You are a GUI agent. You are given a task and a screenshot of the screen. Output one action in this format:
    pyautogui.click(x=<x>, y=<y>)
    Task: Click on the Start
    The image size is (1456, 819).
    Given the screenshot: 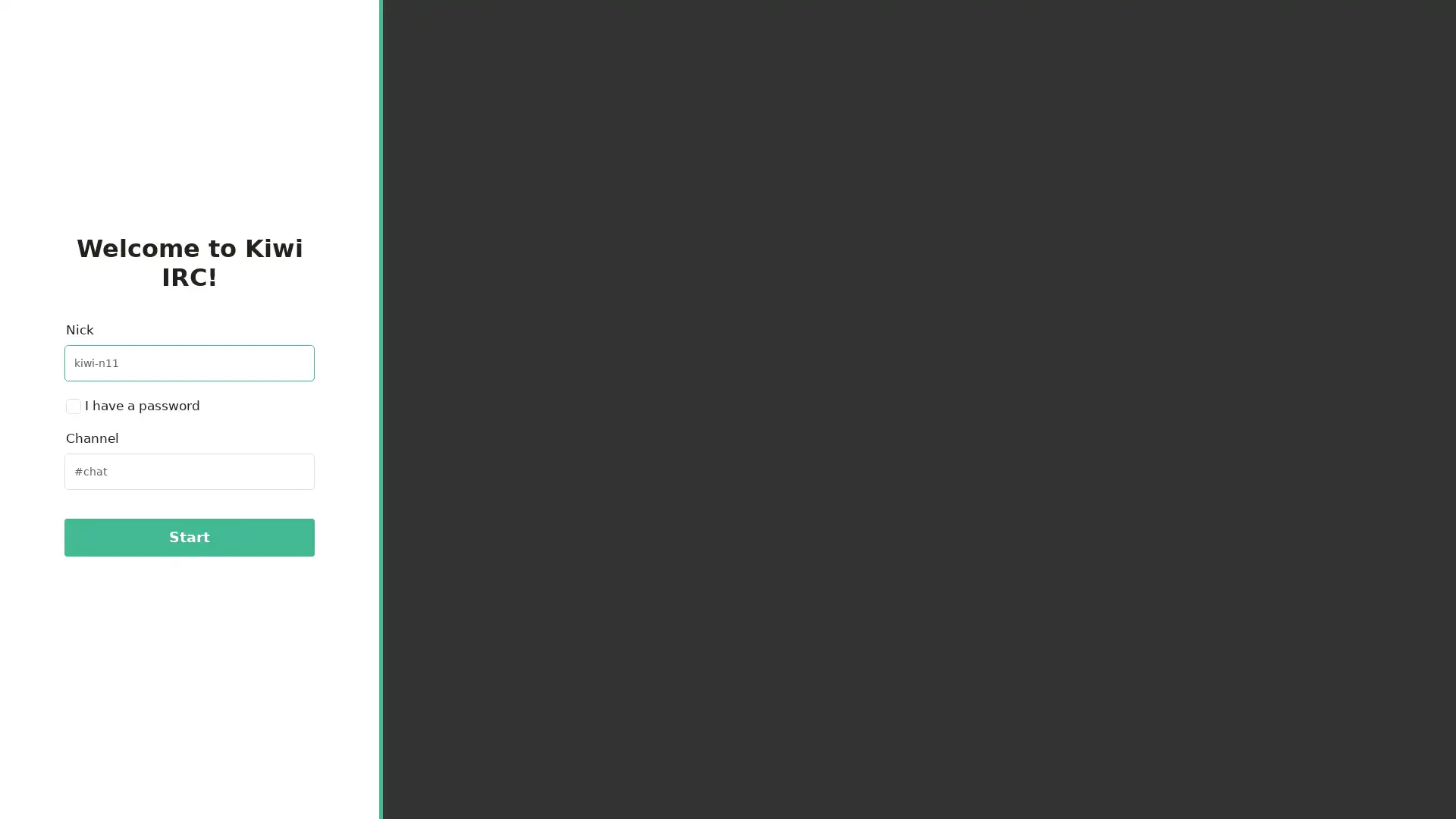 What is the action you would take?
    pyautogui.click(x=188, y=536)
    